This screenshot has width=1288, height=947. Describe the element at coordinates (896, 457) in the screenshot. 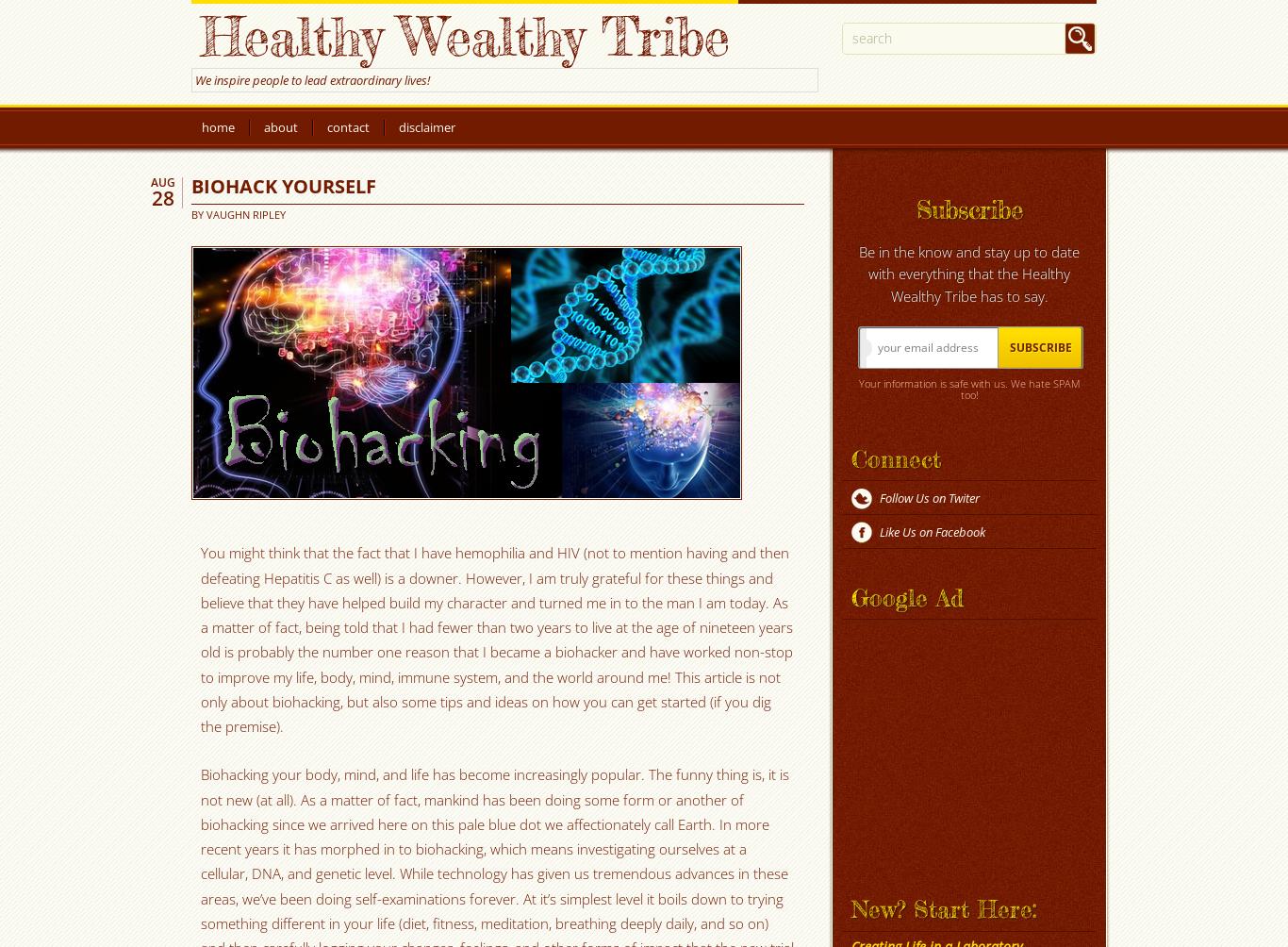

I see `'Connect'` at that location.